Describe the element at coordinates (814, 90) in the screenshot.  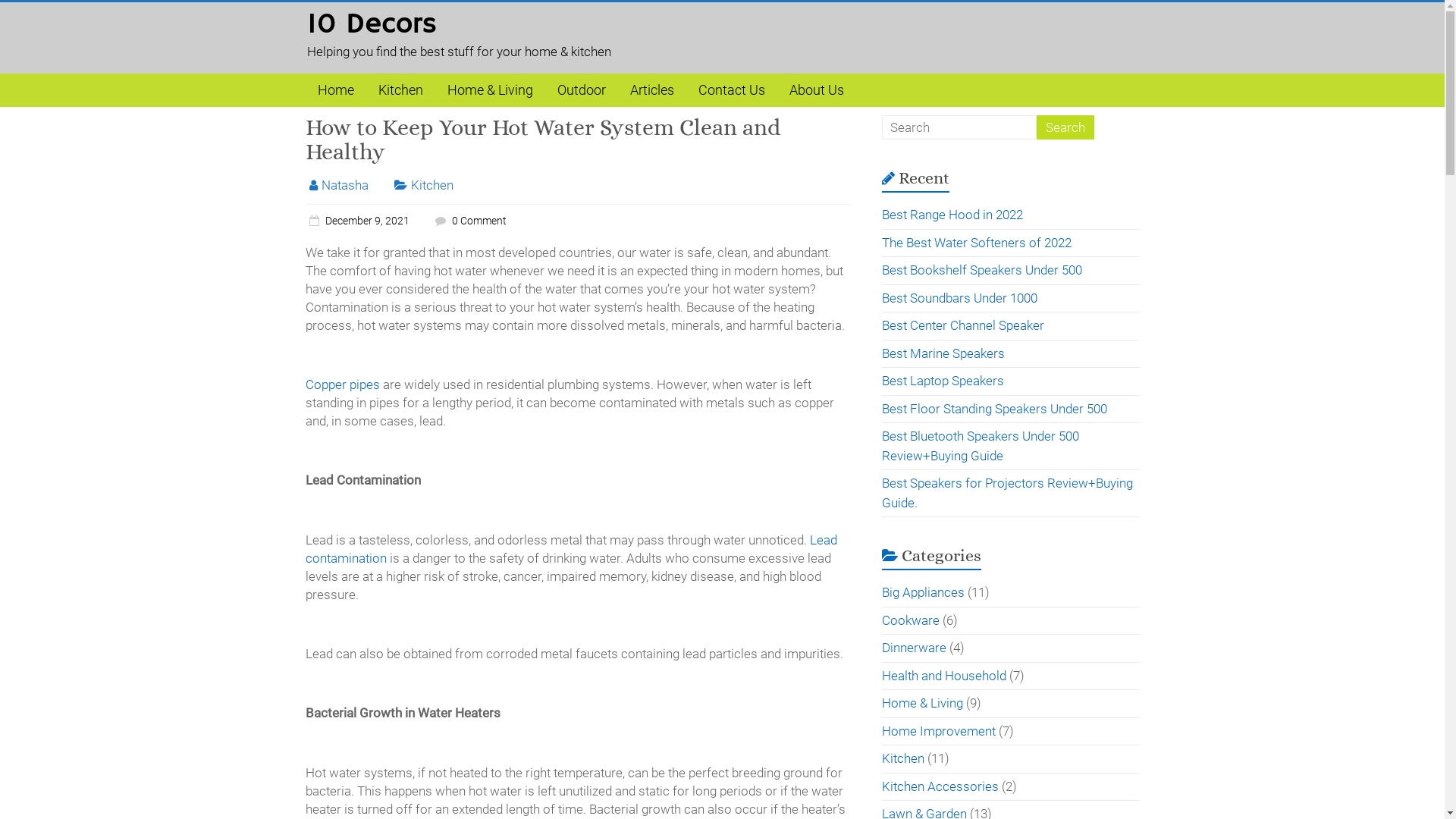
I see `'About Us'` at that location.